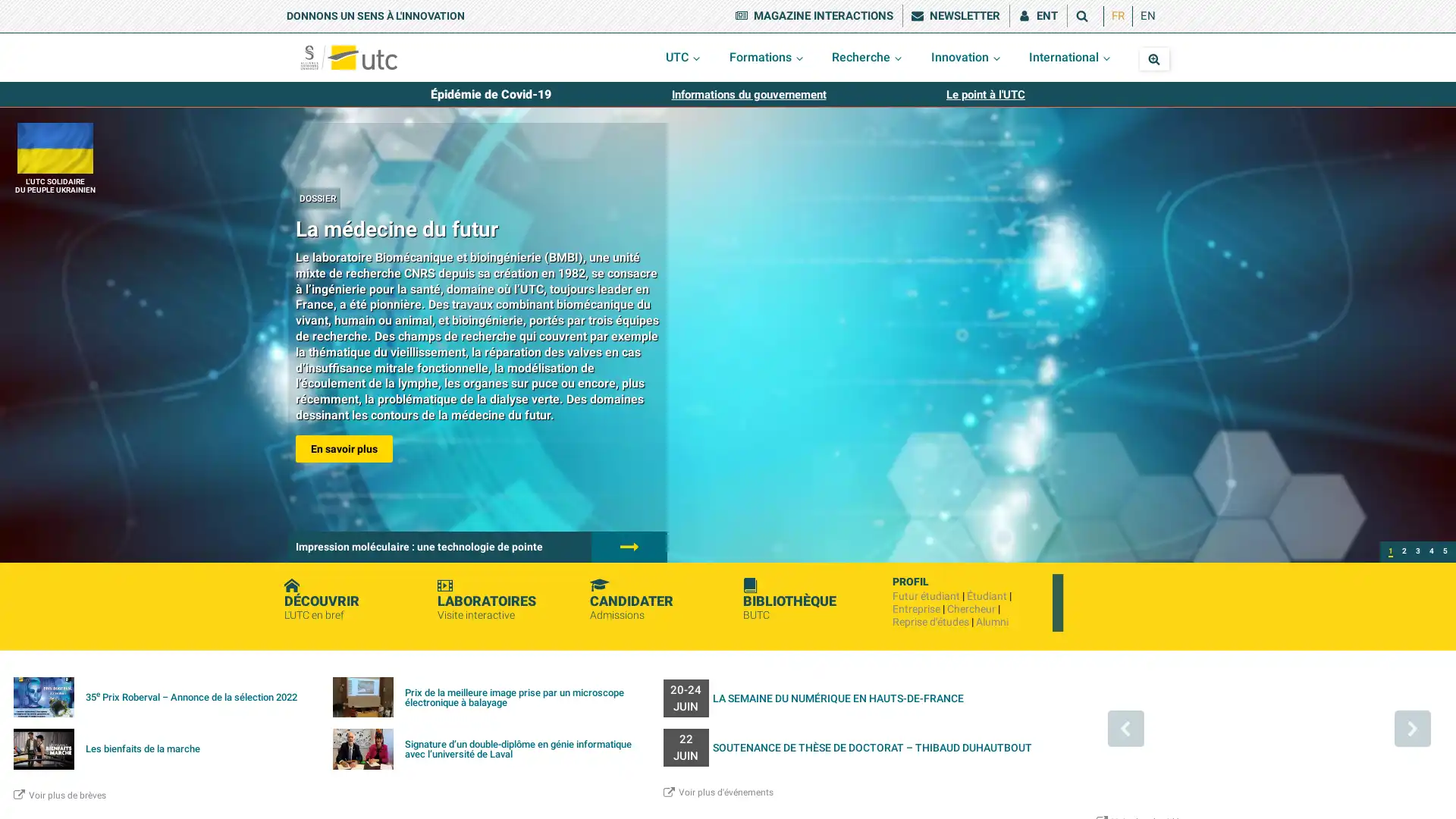 The height and width of the screenshot is (819, 1456). Describe the element at coordinates (1444, 552) in the screenshot. I see `Signature dun accord de double diplome avec lUniversite Francaise dEgypte (UFE)` at that location.